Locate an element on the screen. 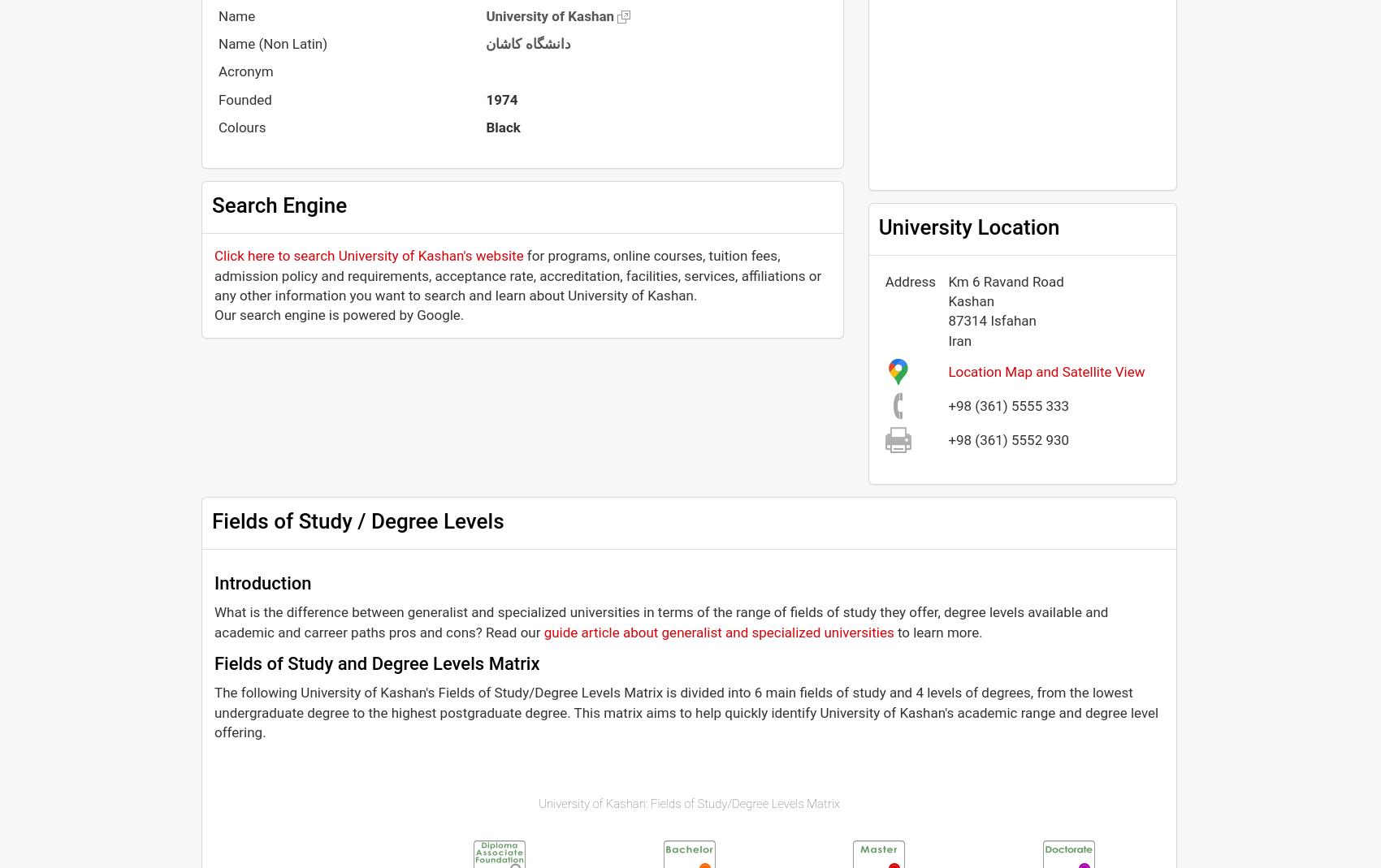 This screenshot has height=868, width=1381. 'What is the difference between generalist and specialized universities in terms of the range of fields of study they offer, degree levels available and academic and carreer paths pros and cons? Read our' is located at coordinates (660, 622).